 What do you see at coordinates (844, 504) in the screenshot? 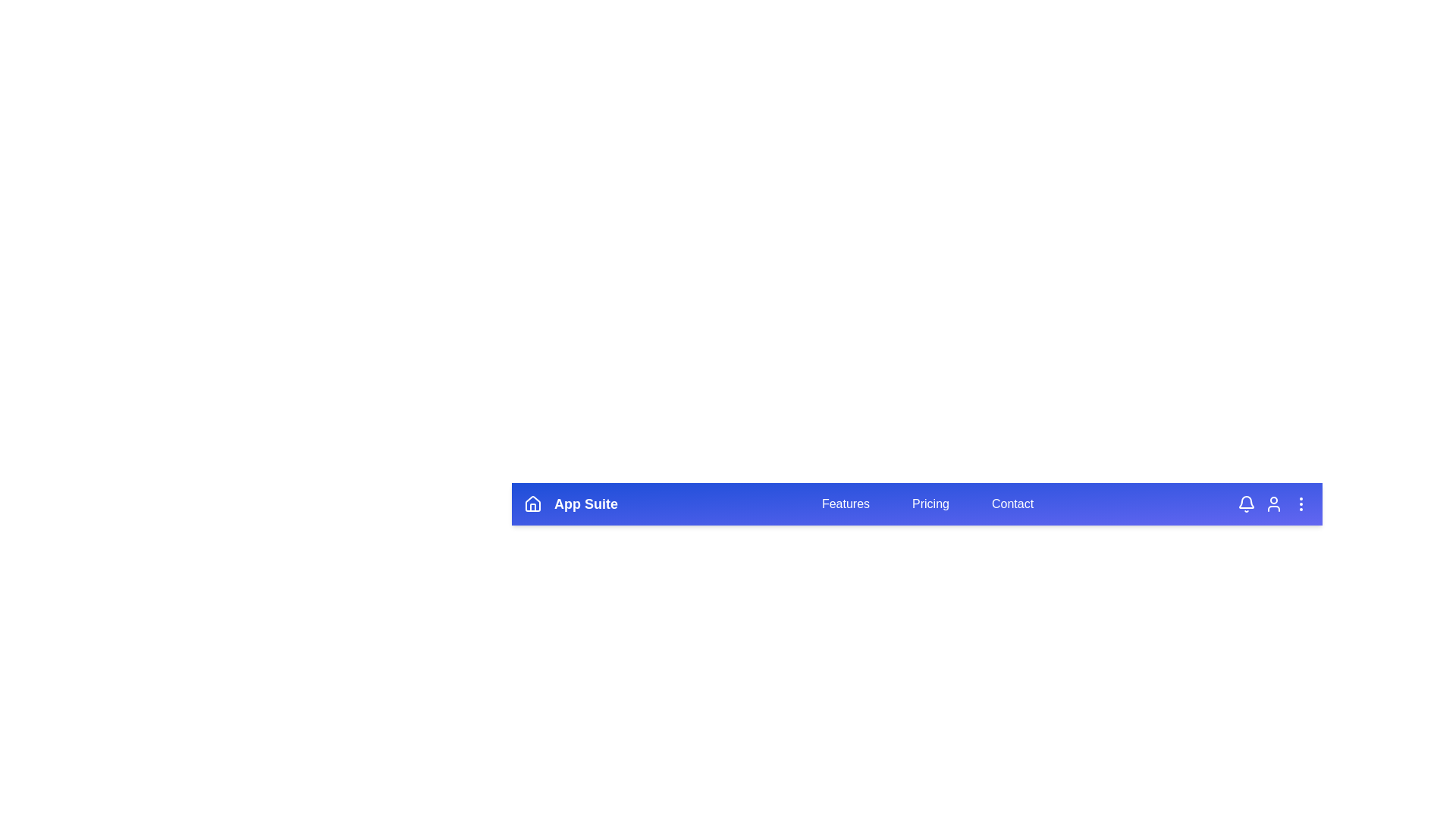
I see `the 'Features' button to navigate to the features section` at bounding box center [844, 504].